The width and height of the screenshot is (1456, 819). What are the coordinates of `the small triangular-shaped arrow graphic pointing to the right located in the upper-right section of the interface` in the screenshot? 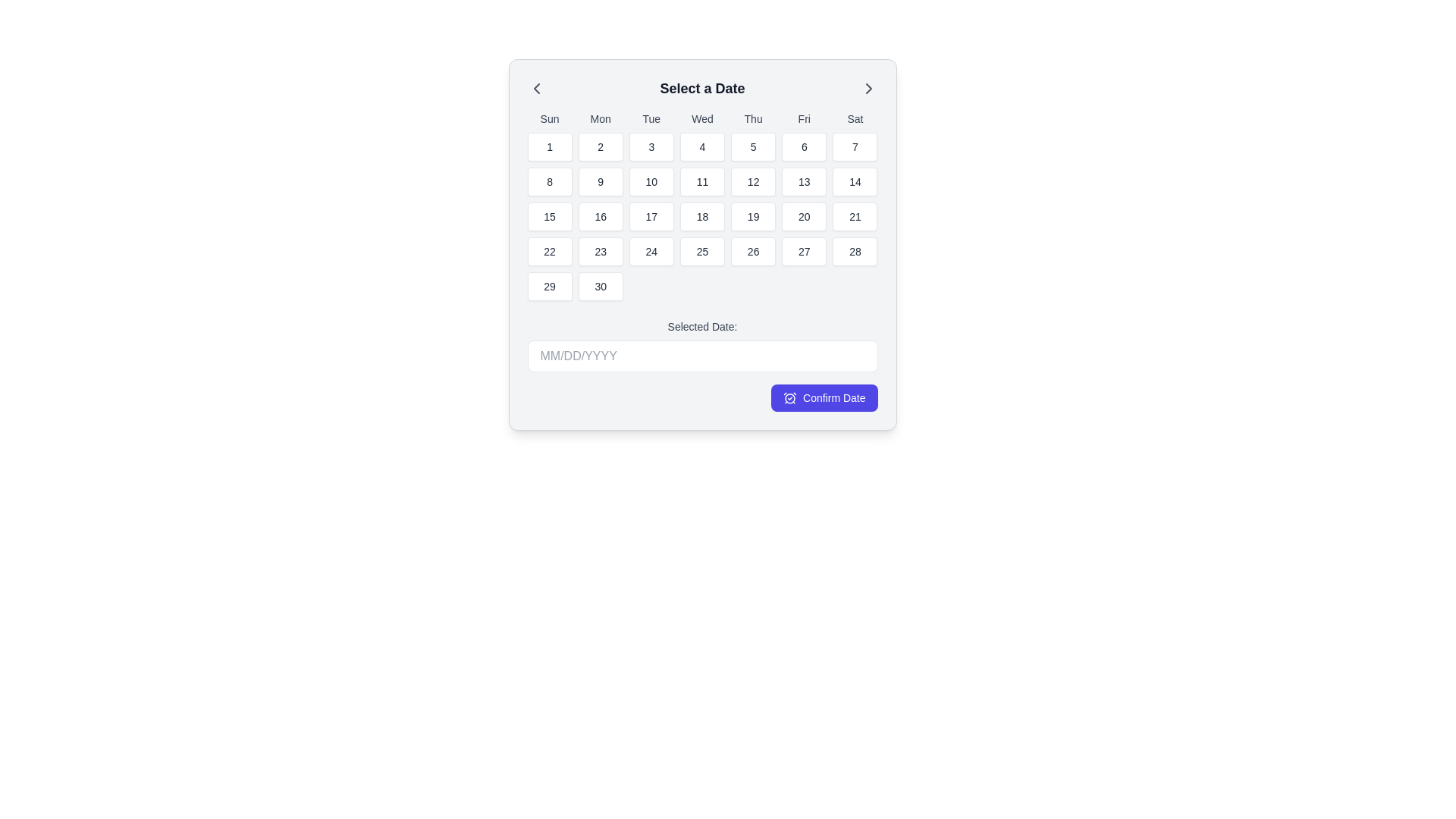 It's located at (868, 88).